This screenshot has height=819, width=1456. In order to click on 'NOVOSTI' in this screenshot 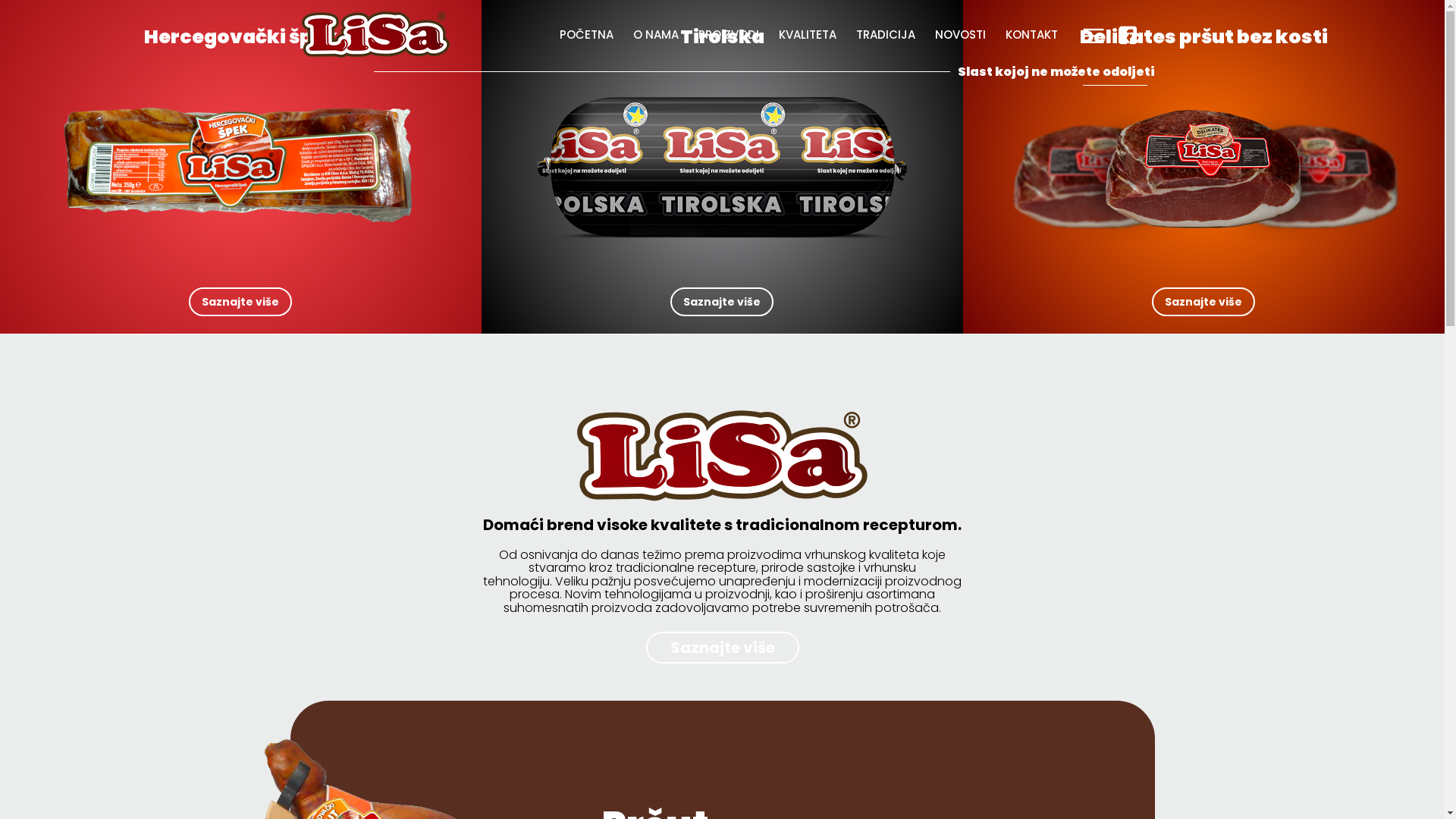, I will do `click(959, 34)`.